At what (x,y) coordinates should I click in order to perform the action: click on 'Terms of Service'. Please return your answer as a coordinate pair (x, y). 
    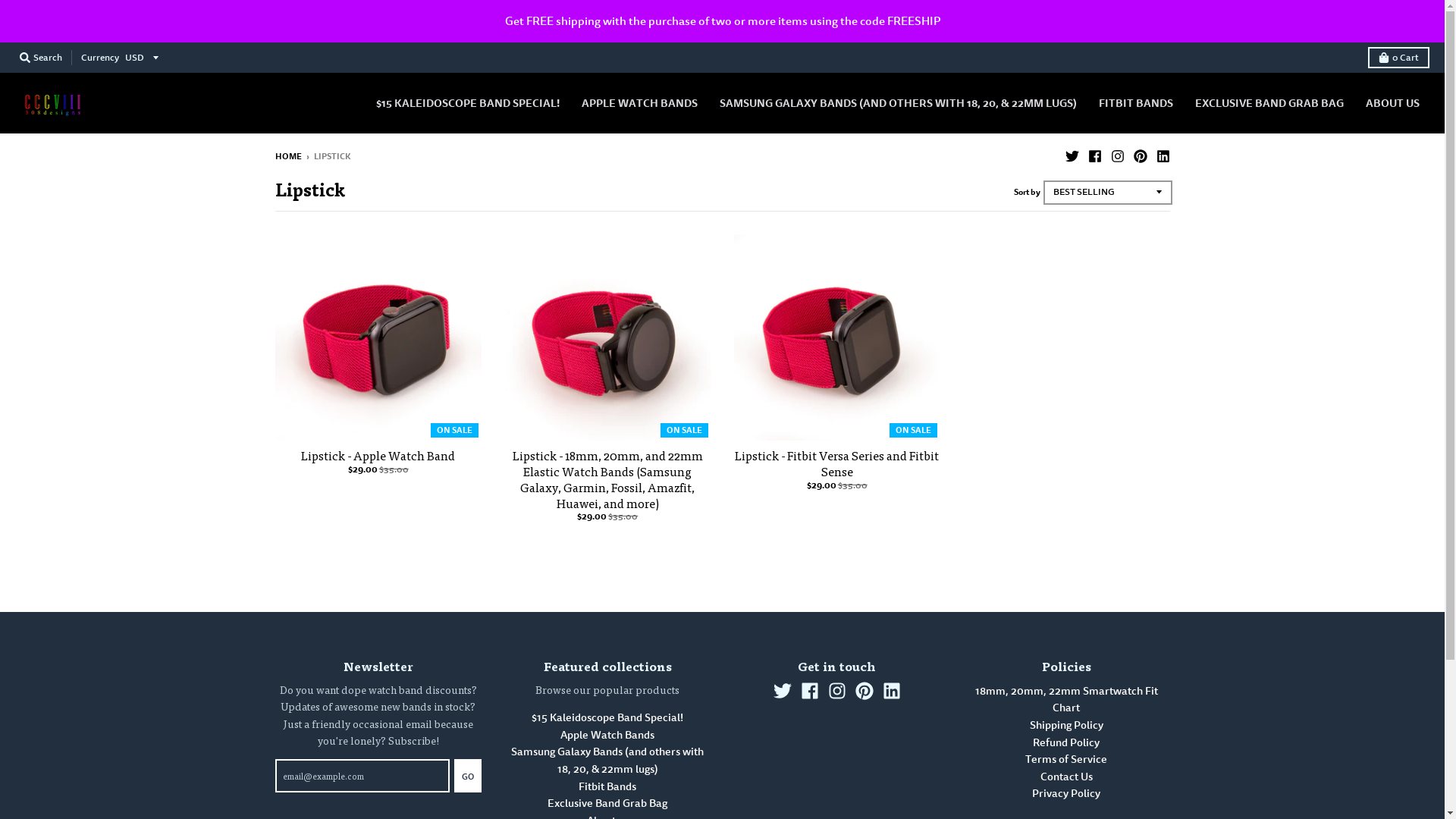
    Looking at the image, I should click on (1065, 759).